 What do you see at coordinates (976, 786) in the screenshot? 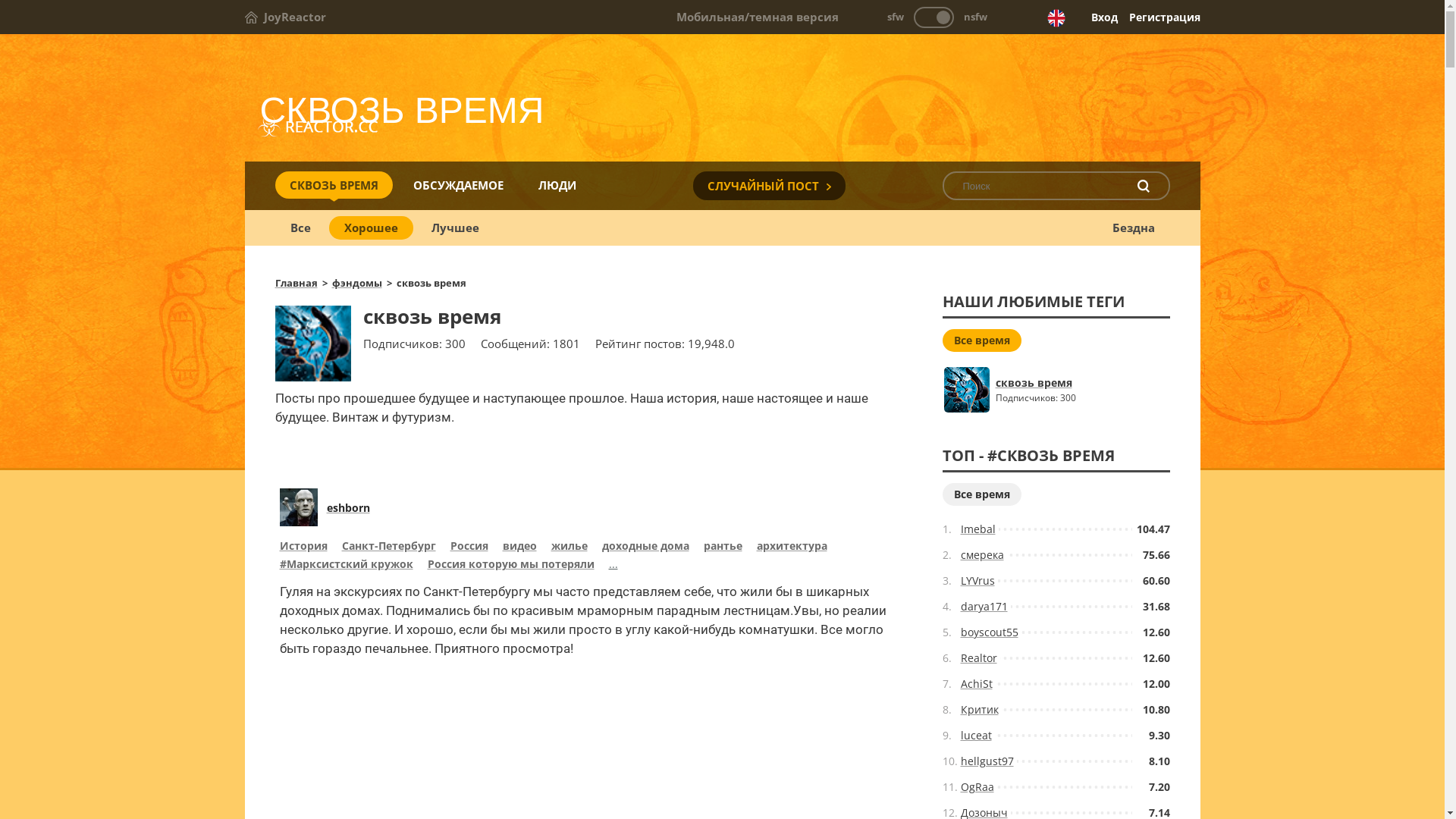
I see `'OgRaa'` at bounding box center [976, 786].